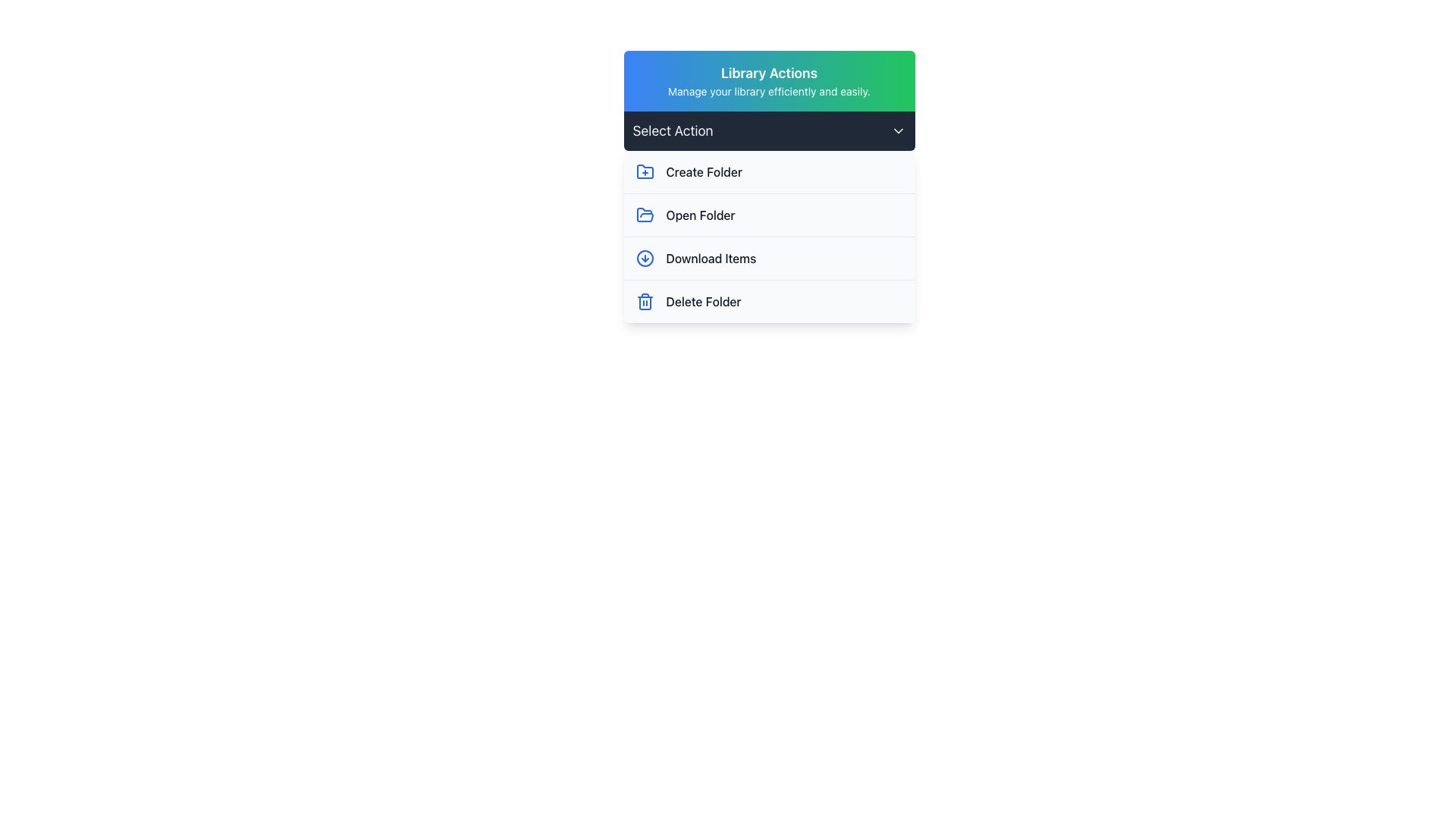  Describe the element at coordinates (645, 257) in the screenshot. I see `the blue circular icon with a downward arrow inside, which is part of the 'Download Items' menu option in the third row under 'Select Action'` at that location.